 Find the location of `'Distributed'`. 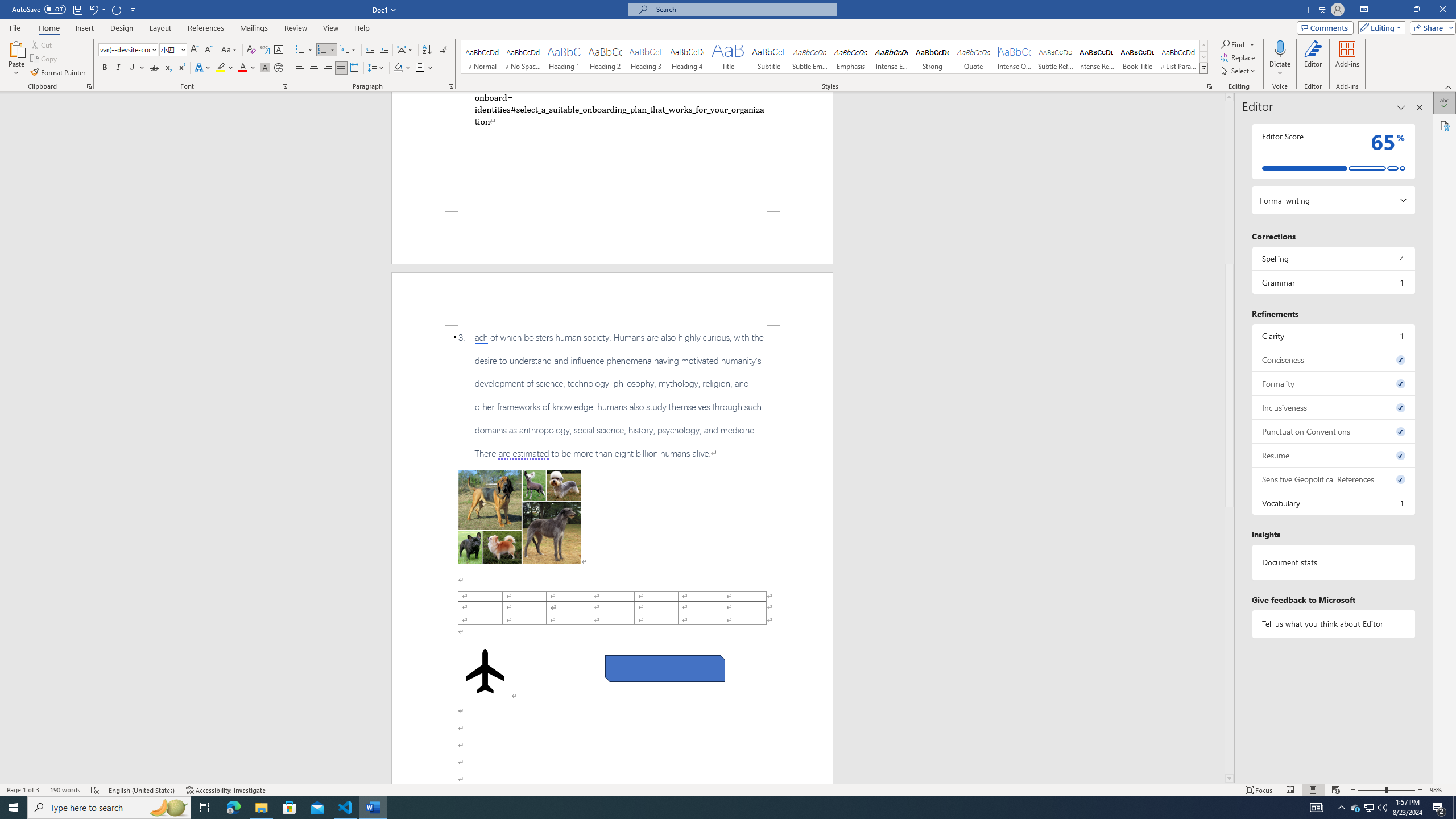

'Distributed' is located at coordinates (354, 67).